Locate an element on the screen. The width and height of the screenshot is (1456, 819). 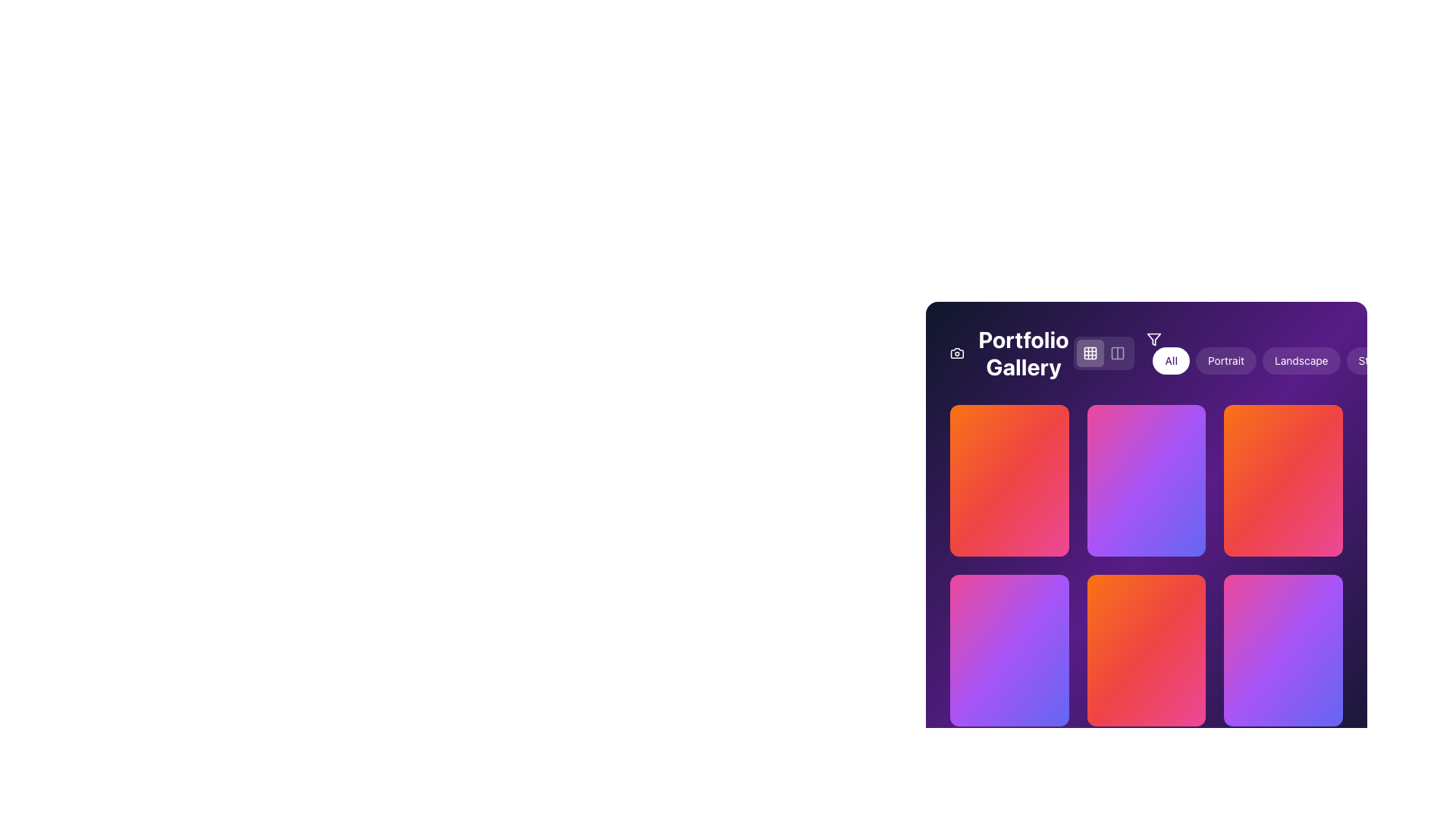
the circular button with a share icon located at the bottom right corner of the second tile in the second row of a 3x2 grid is located at coordinates (1203, 701).